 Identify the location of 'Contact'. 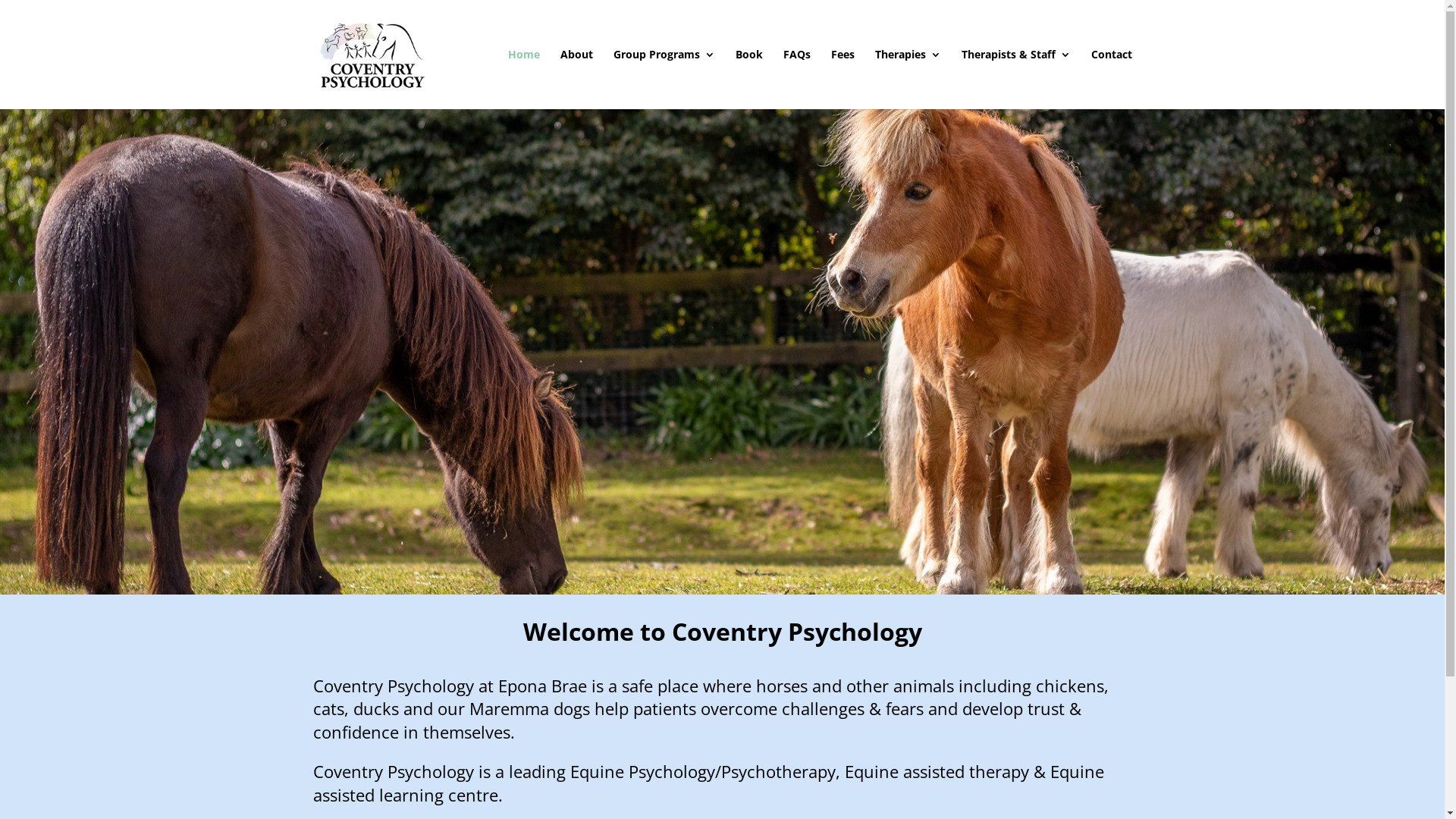
(1110, 79).